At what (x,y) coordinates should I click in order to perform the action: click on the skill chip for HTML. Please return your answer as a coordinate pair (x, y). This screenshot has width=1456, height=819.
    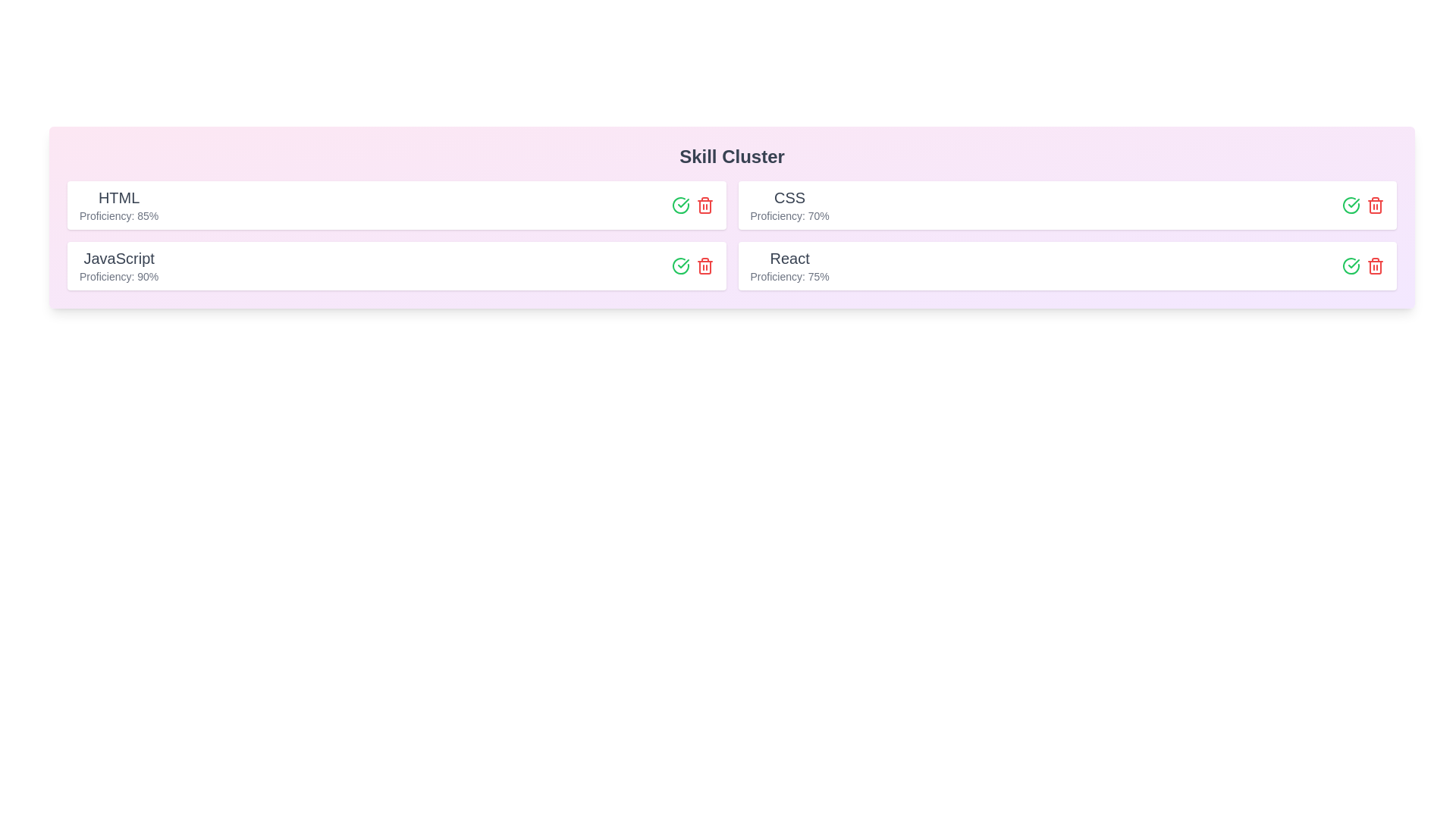
    Looking at the image, I should click on (397, 205).